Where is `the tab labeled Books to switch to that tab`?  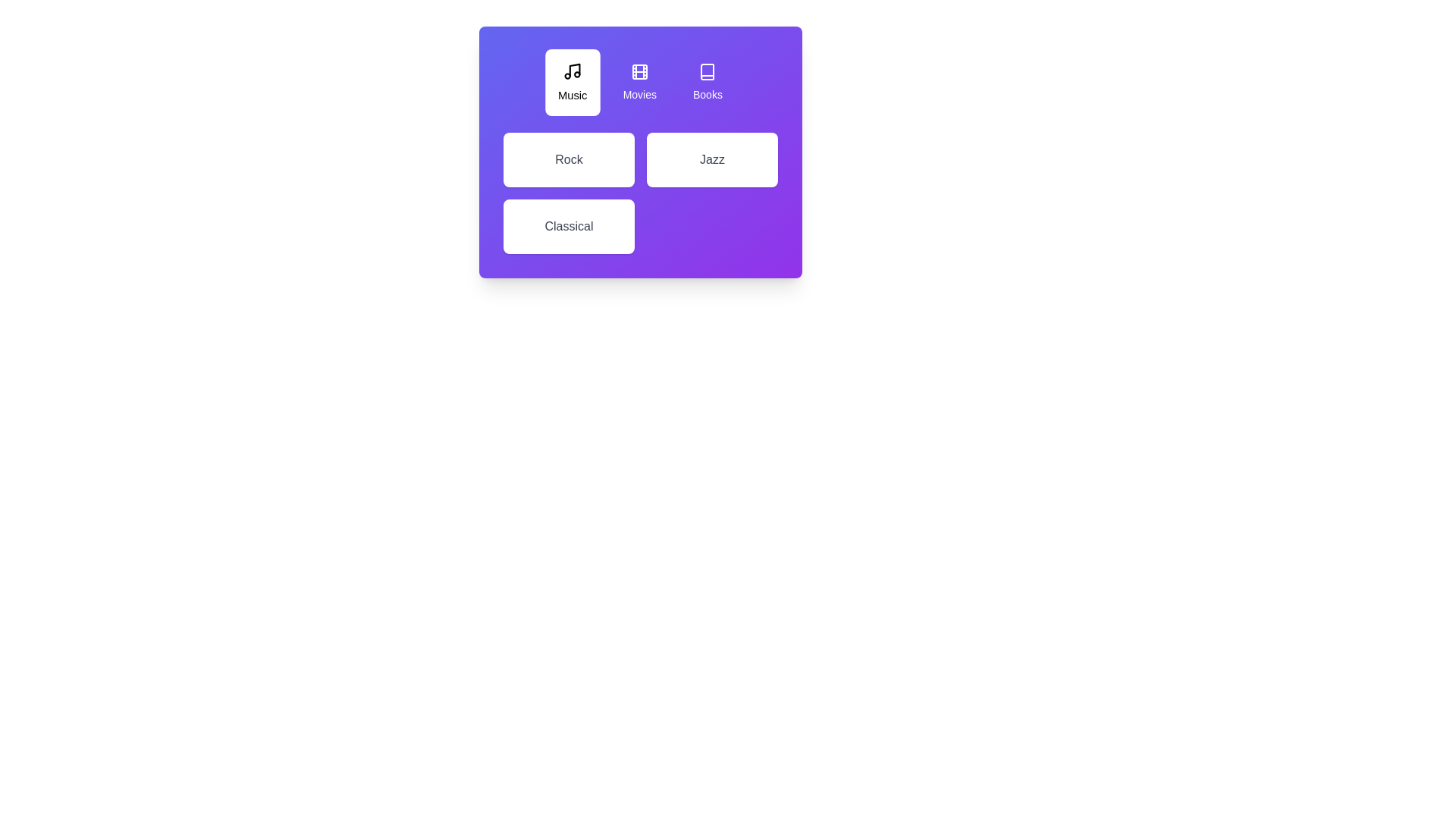 the tab labeled Books to switch to that tab is located at coordinates (707, 82).